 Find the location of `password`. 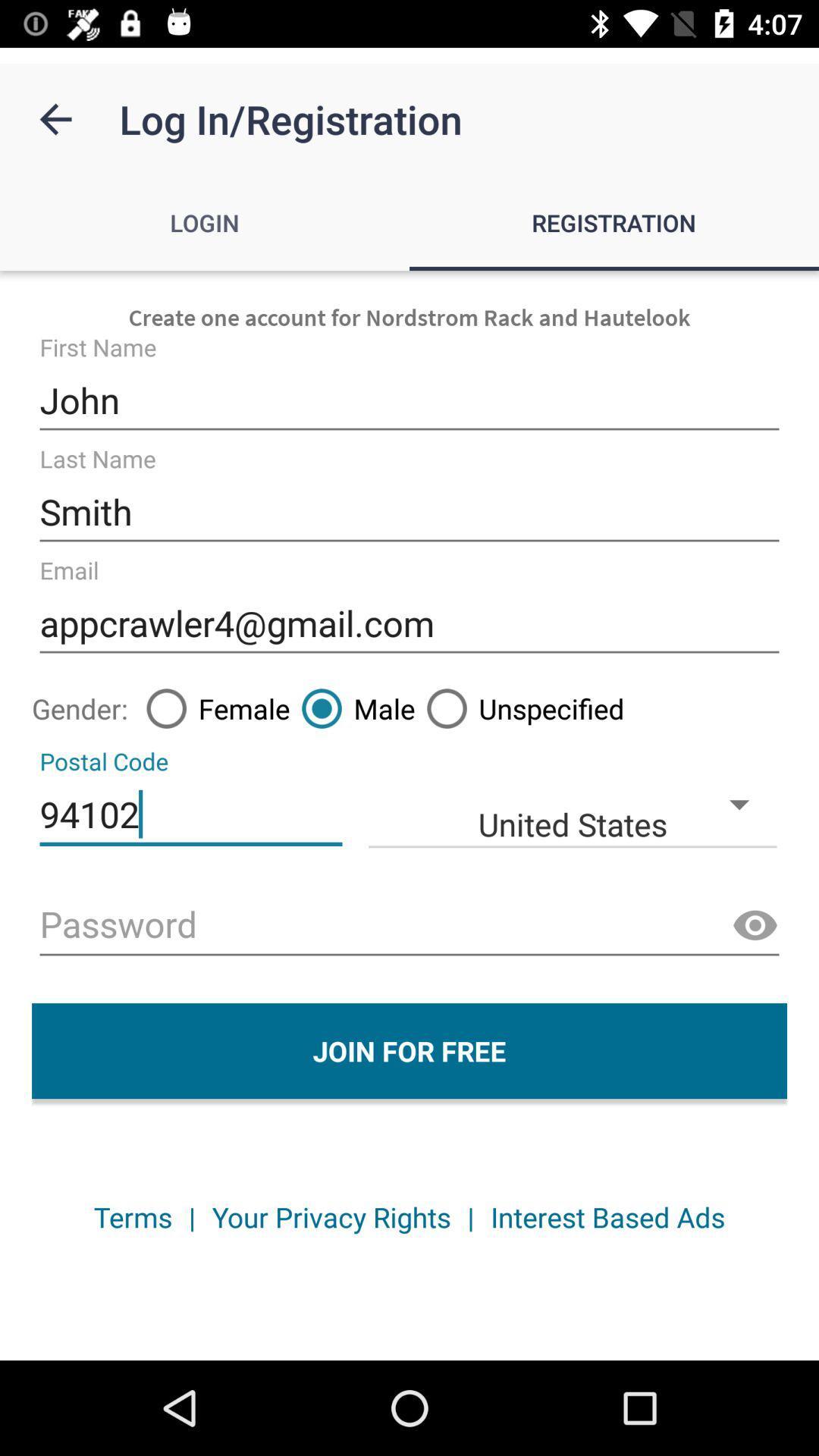

password is located at coordinates (409, 925).